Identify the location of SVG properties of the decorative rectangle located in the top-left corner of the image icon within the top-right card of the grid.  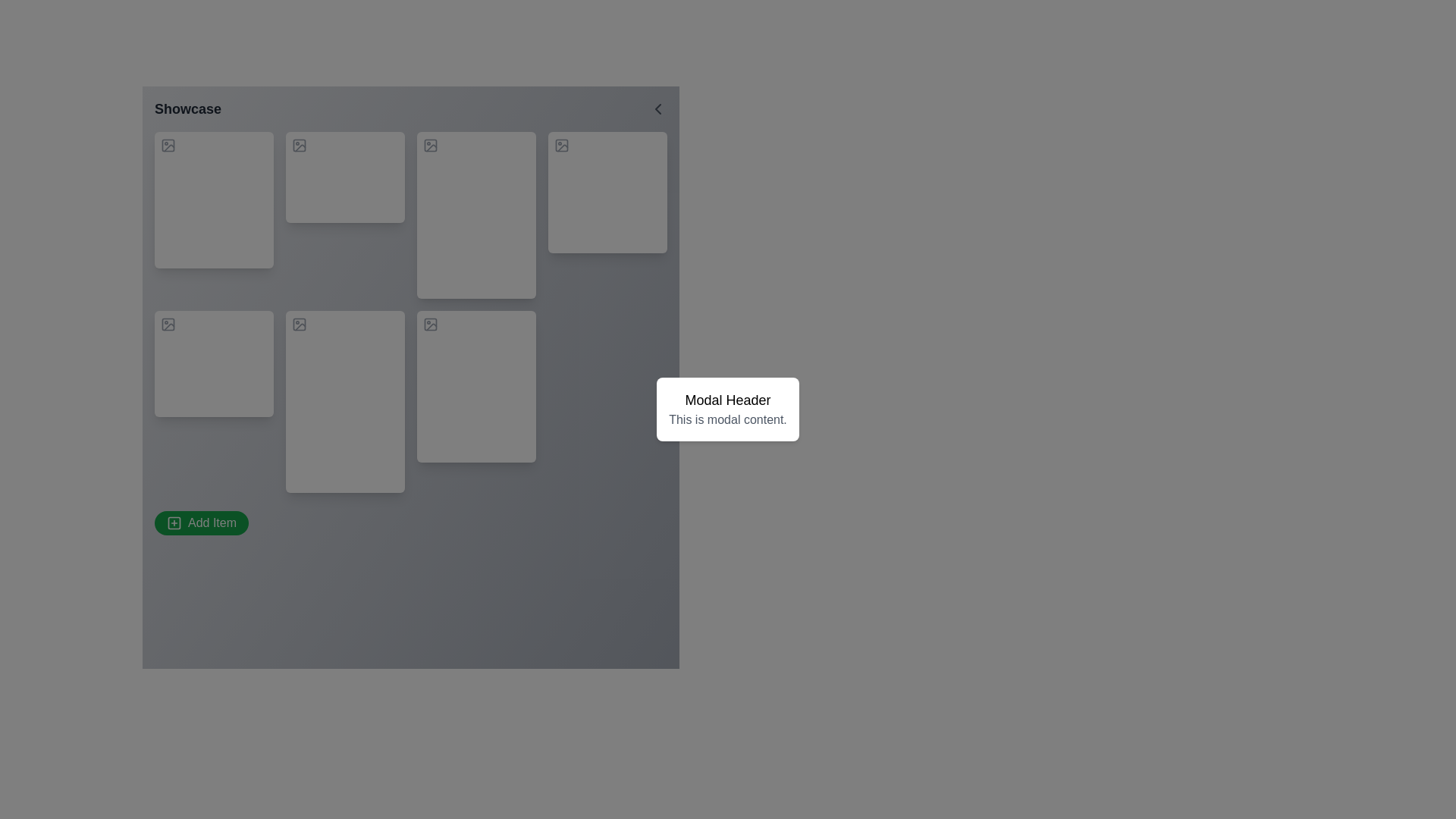
(429, 146).